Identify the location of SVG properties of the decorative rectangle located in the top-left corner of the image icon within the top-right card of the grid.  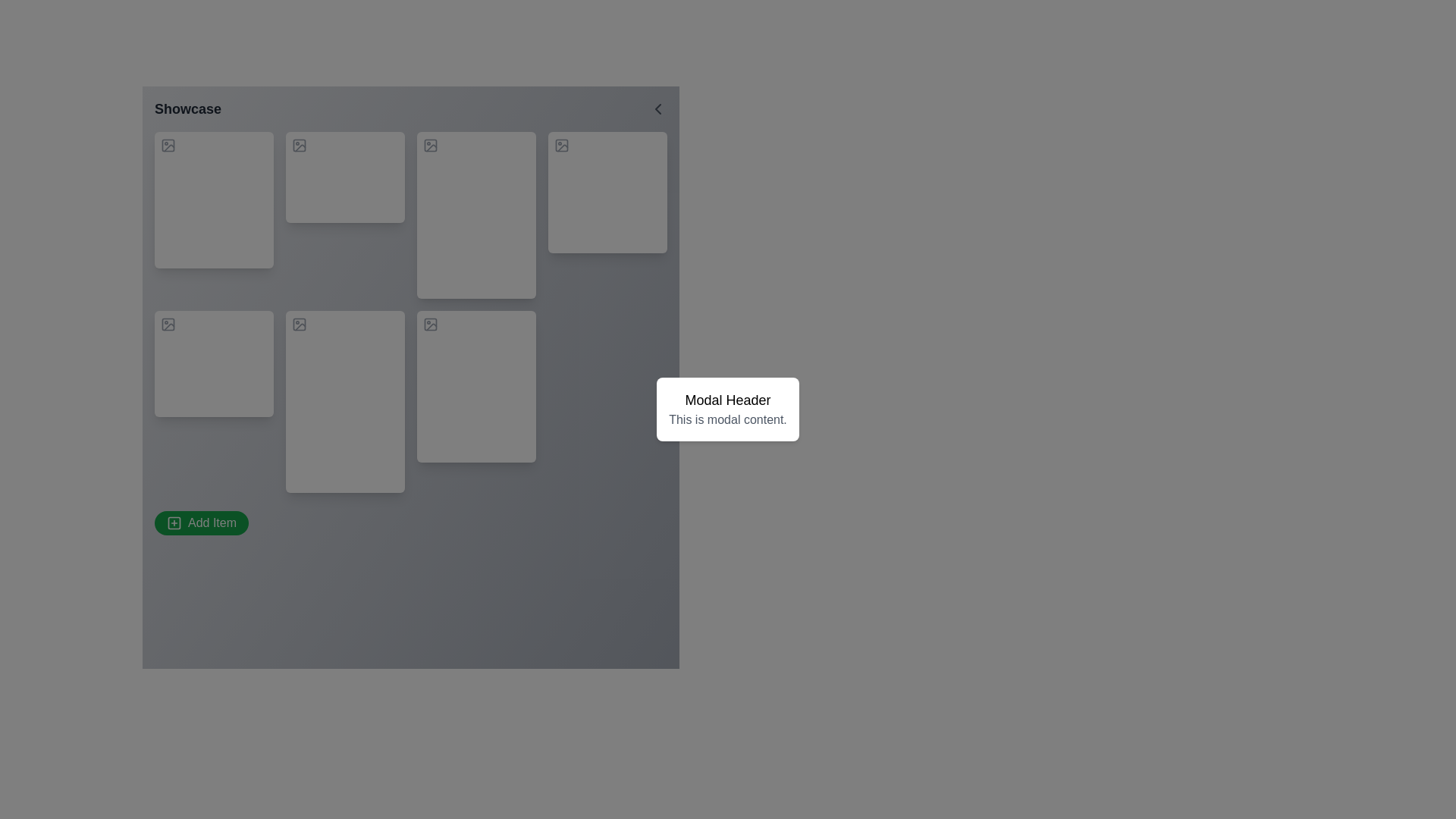
(429, 146).